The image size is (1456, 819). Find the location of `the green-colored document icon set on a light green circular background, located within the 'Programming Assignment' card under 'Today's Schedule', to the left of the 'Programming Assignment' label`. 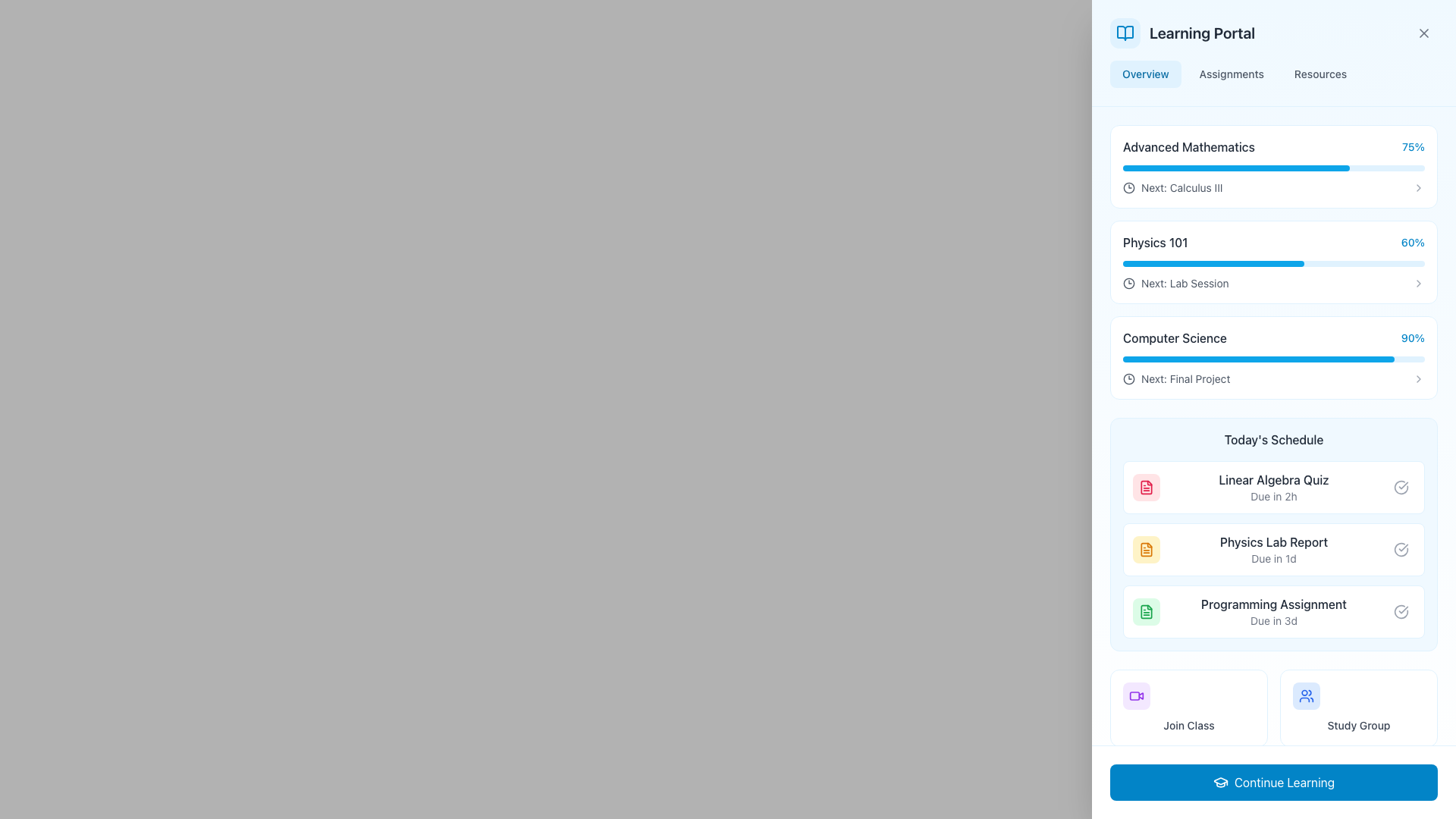

the green-colored document icon set on a light green circular background, located within the 'Programming Assignment' card under 'Today's Schedule', to the left of the 'Programming Assignment' label is located at coordinates (1147, 610).